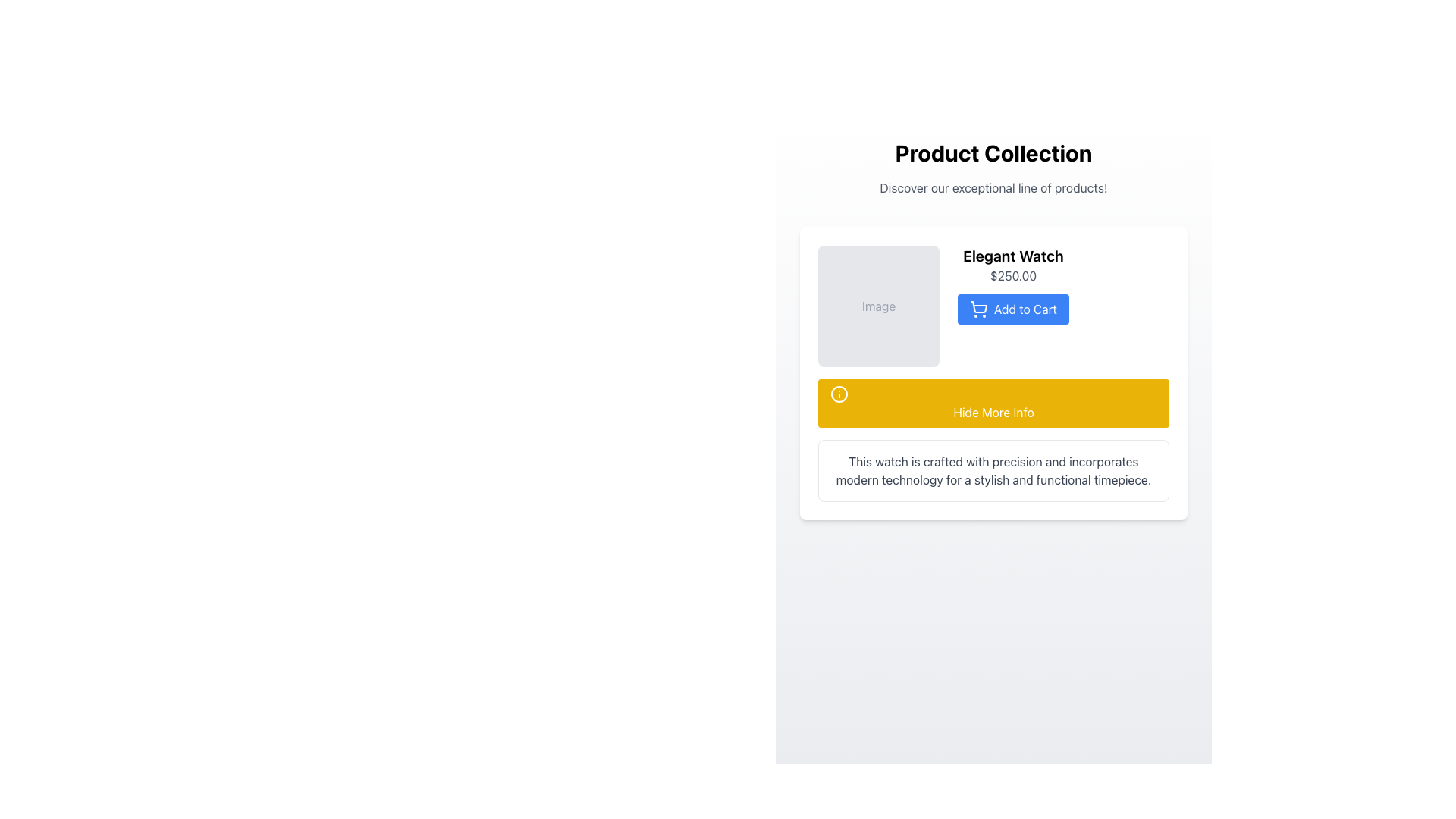 The height and width of the screenshot is (819, 1456). I want to click on the descriptive text element encouraging users to explore the products offered, positioned centrally below the 'Product Collection' heading, so click(993, 187).